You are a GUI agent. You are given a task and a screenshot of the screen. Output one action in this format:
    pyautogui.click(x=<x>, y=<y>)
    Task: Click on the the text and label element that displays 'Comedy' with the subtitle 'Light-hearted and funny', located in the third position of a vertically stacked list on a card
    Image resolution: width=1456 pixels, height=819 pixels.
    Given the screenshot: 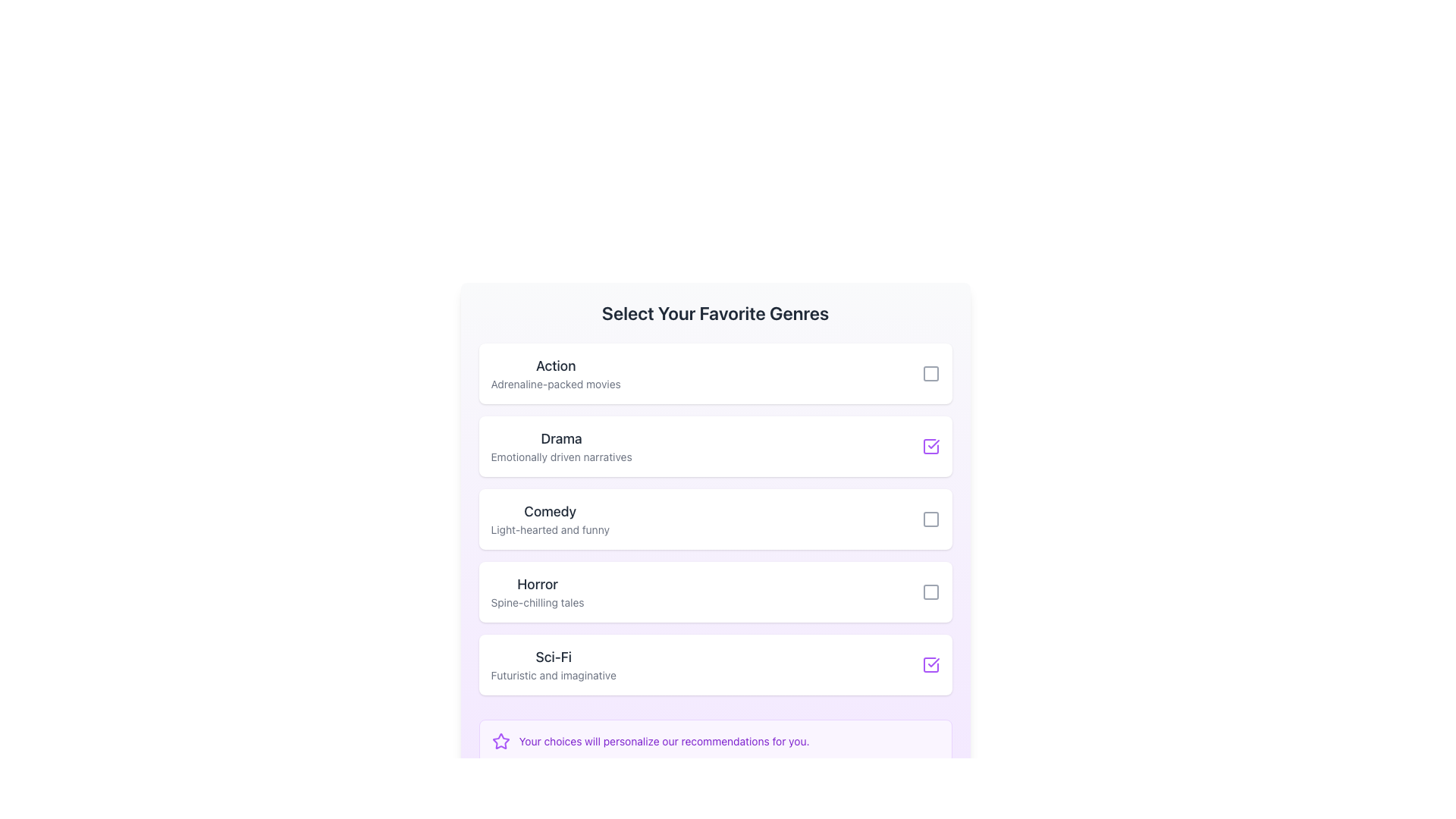 What is the action you would take?
    pyautogui.click(x=549, y=519)
    